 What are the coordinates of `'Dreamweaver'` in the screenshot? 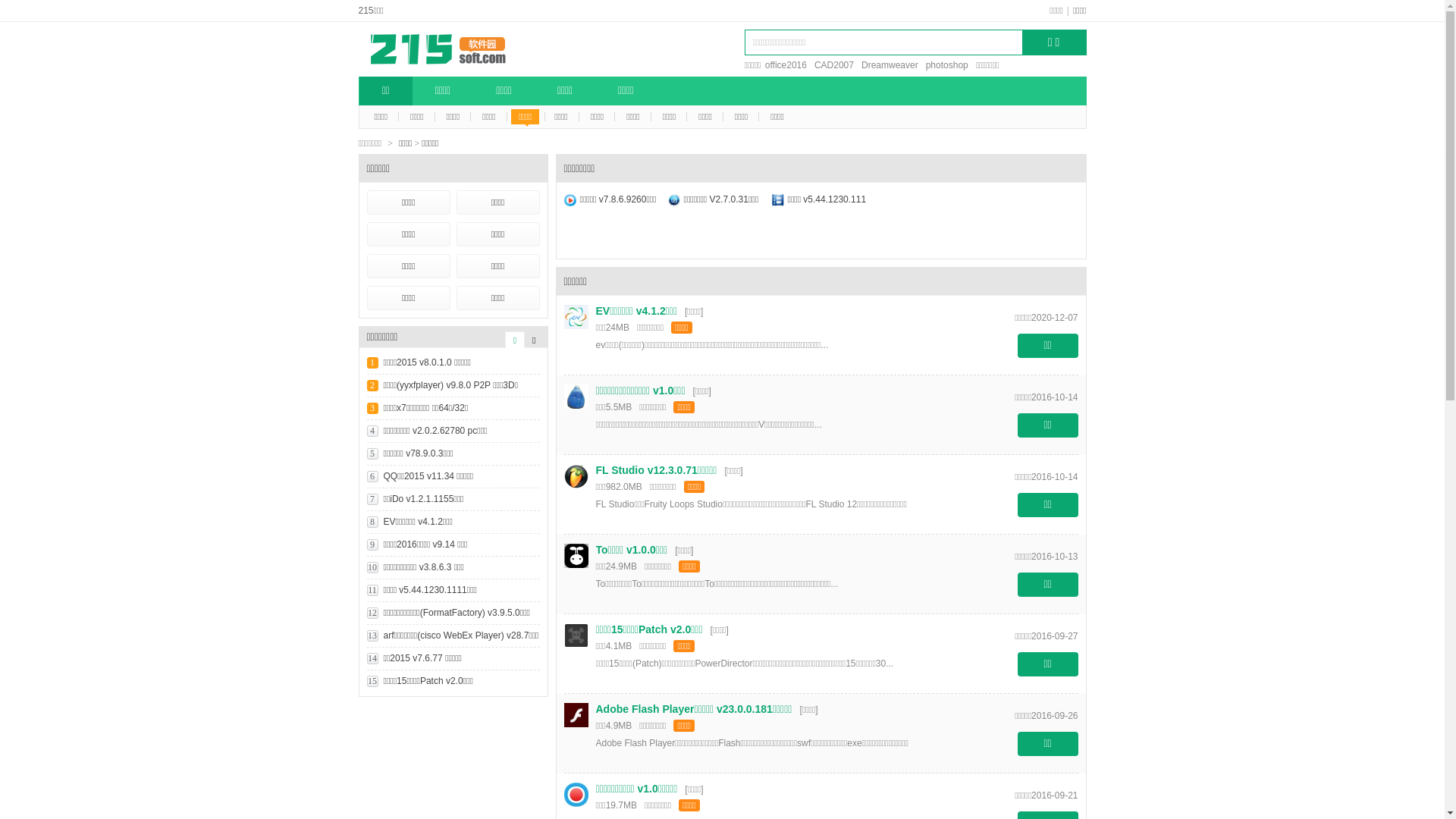 It's located at (890, 64).